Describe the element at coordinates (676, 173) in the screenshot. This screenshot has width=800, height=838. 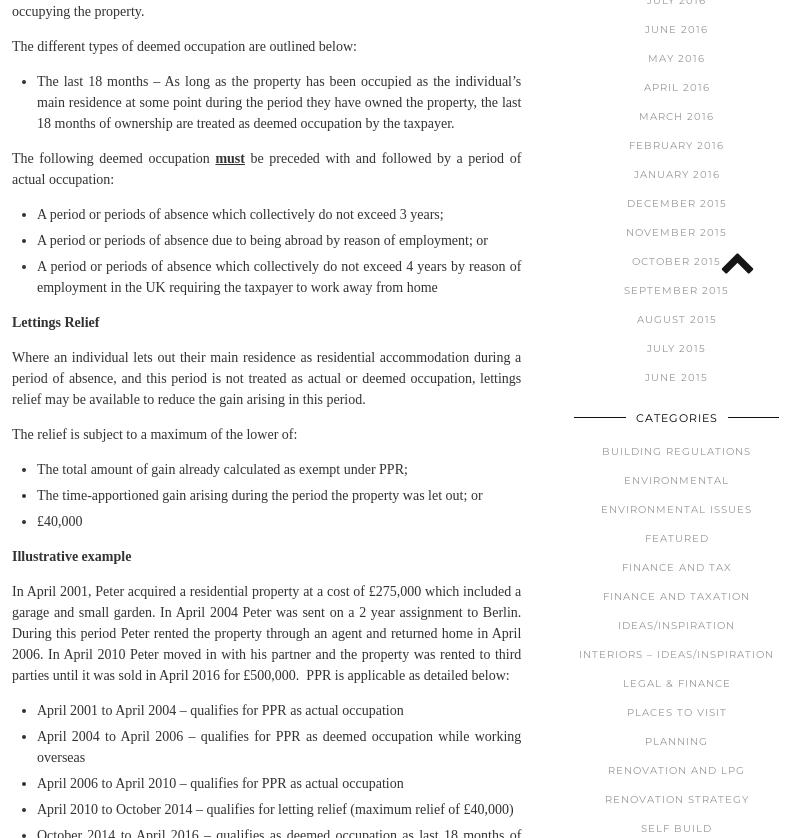
I see `'January 2016'` at that location.